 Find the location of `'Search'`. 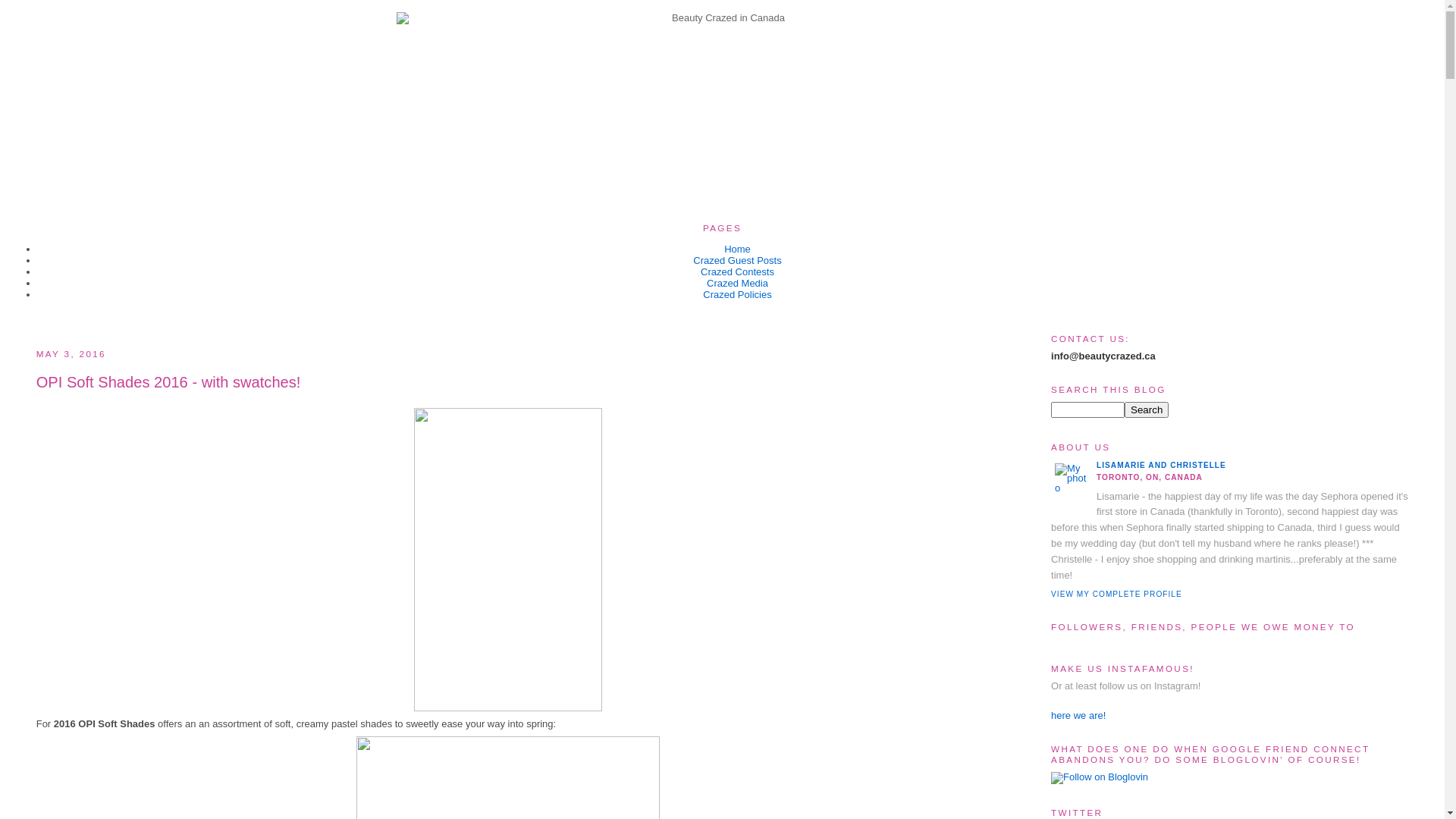

'Search' is located at coordinates (1125, 409).